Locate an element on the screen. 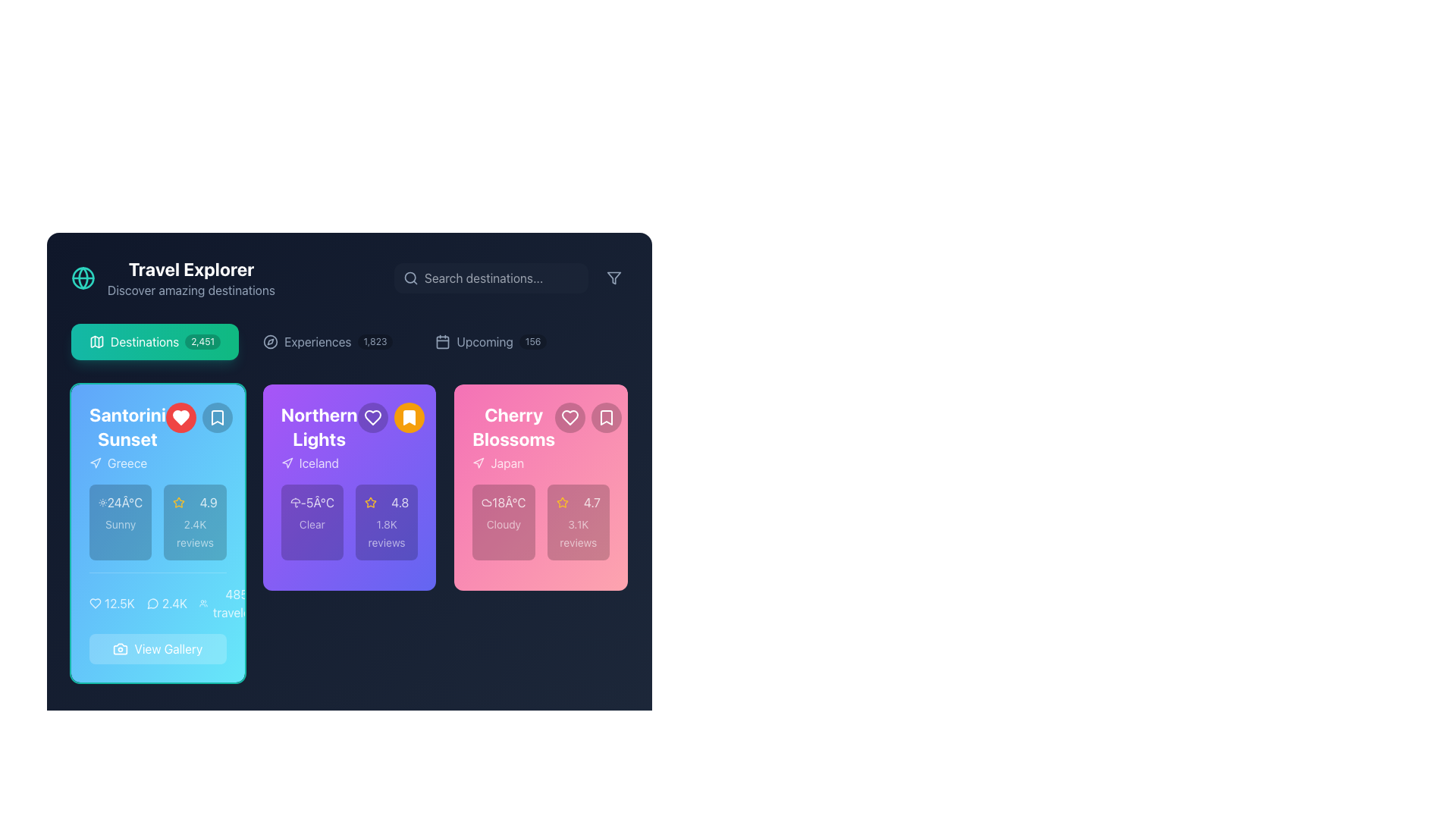  the navigation icon associated with the label 'Japan', which is located to the left of the text and aligned horizontally with it is located at coordinates (478, 462).